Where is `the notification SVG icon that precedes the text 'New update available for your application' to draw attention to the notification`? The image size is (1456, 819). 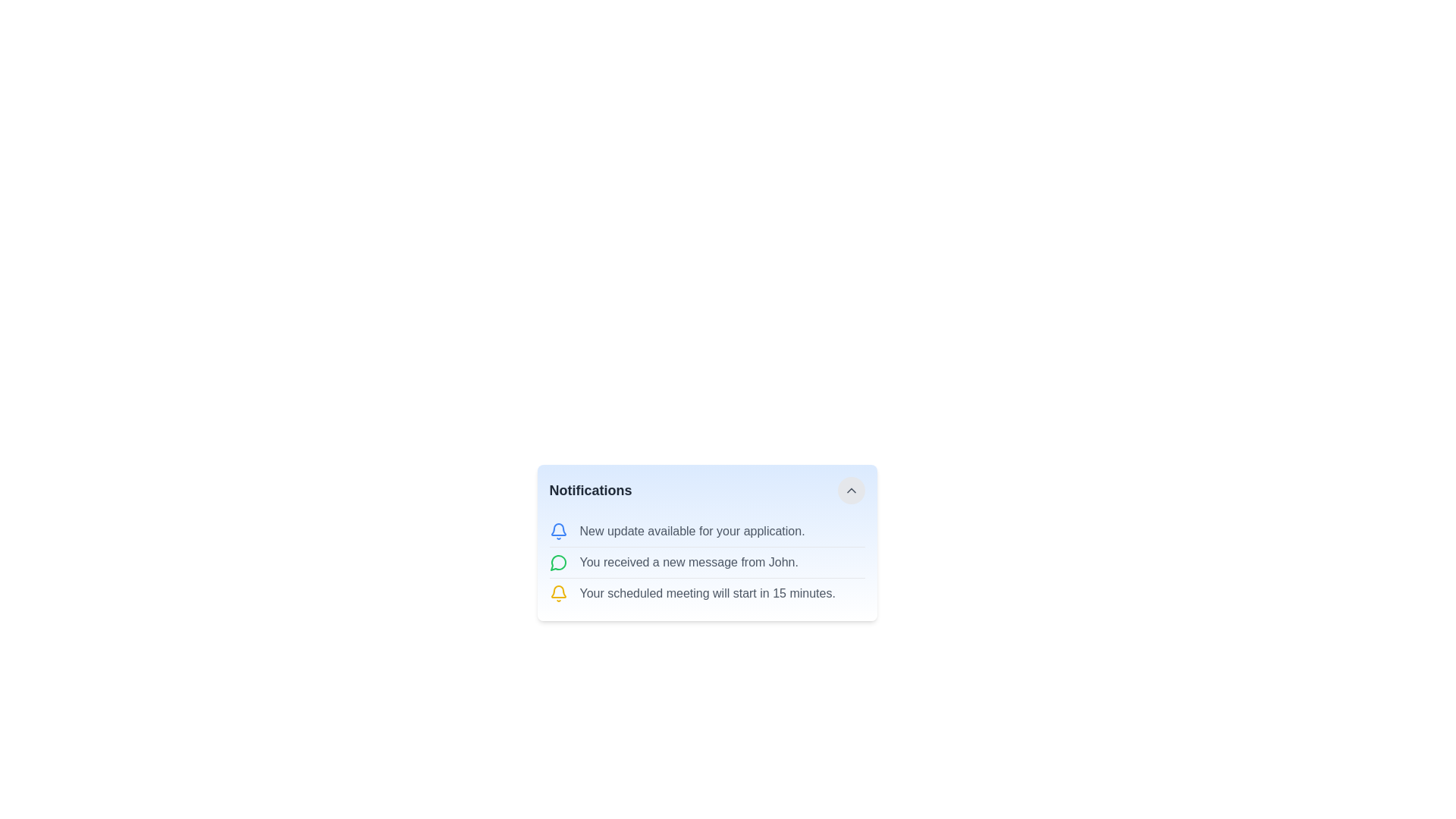 the notification SVG icon that precedes the text 'New update available for your application' to draw attention to the notification is located at coordinates (557, 531).